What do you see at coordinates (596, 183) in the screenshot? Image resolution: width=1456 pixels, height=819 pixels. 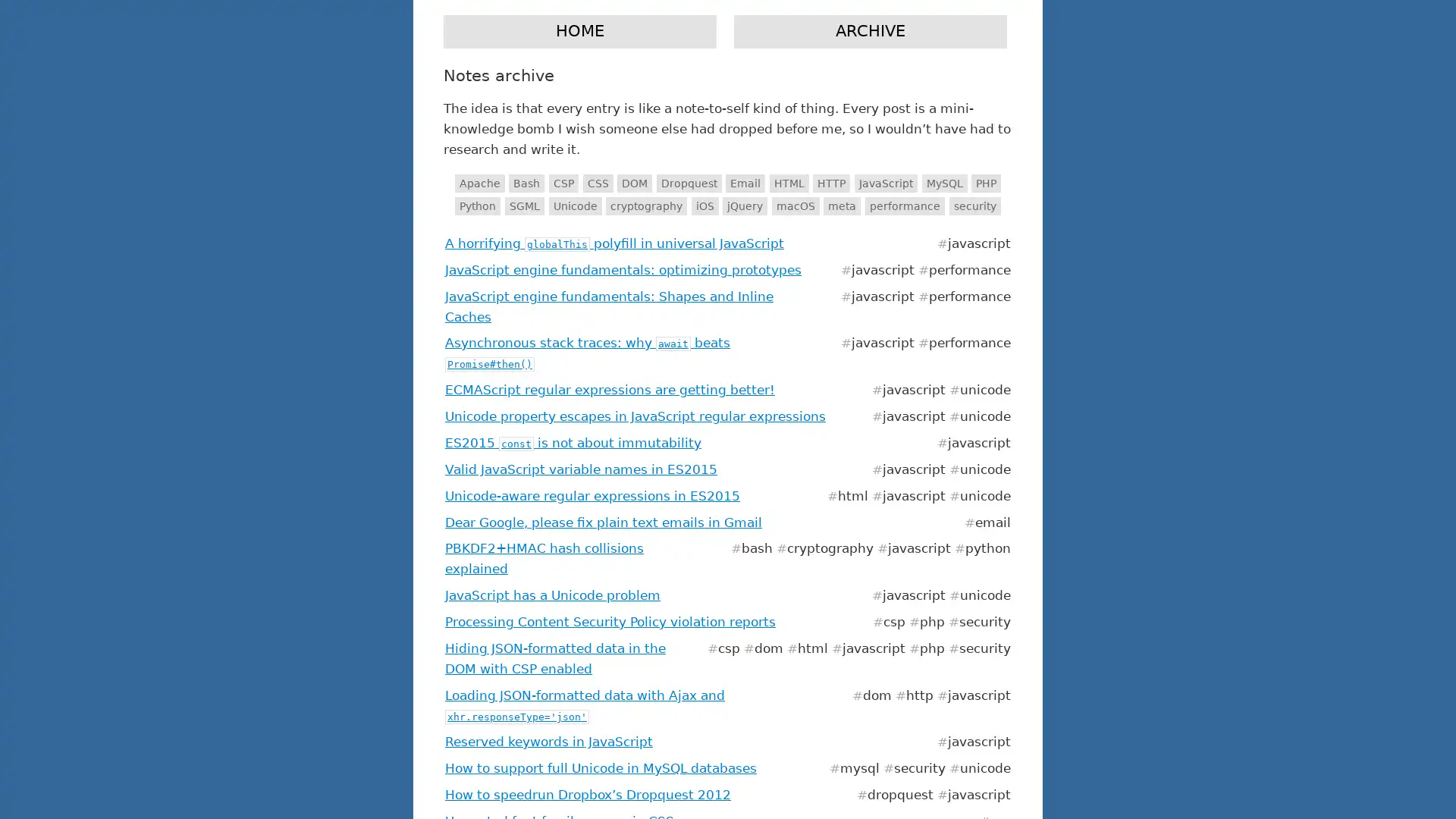 I see `CSS` at bounding box center [596, 183].